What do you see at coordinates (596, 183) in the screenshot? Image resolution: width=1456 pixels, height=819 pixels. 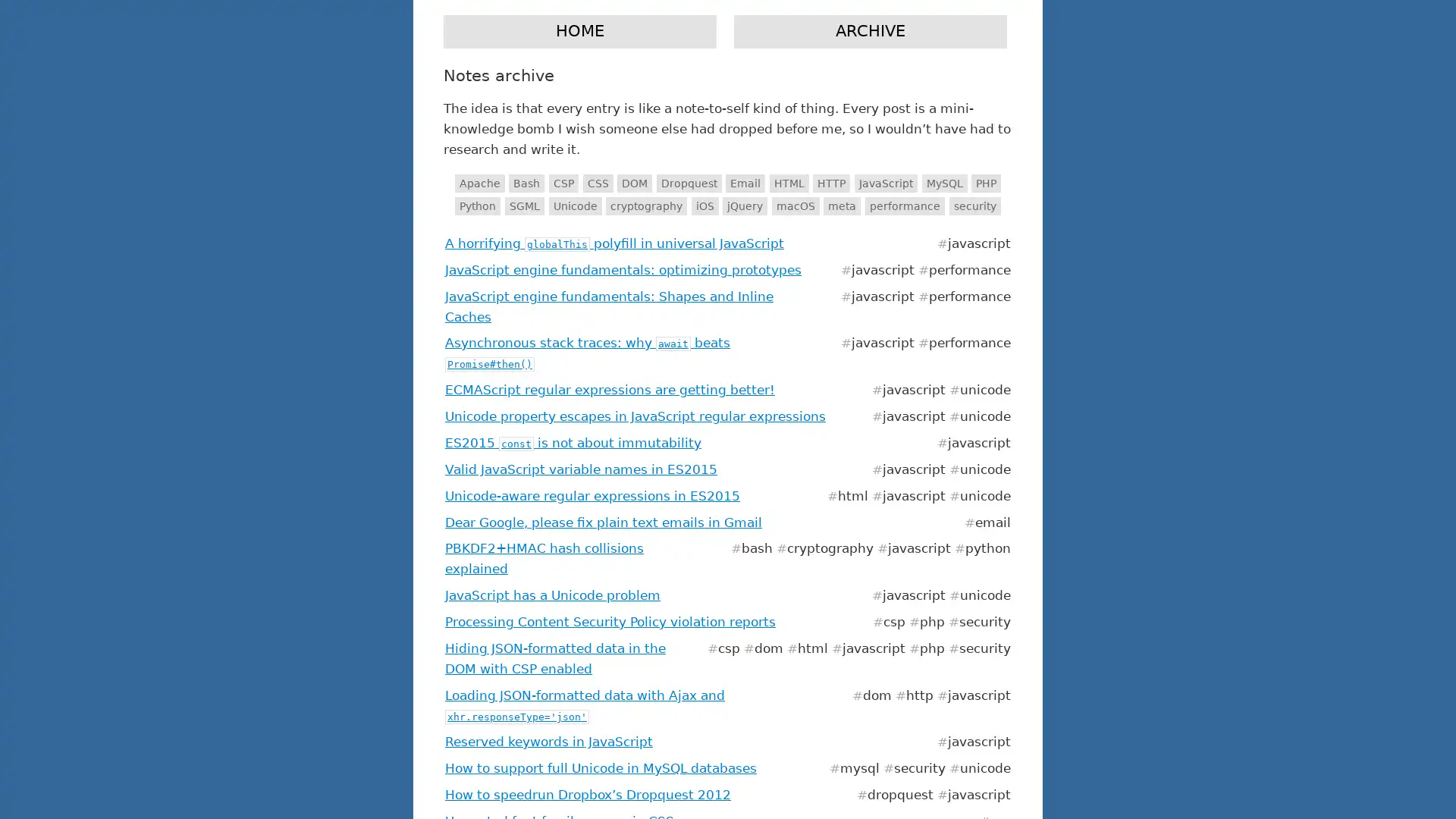 I see `CSS` at bounding box center [596, 183].